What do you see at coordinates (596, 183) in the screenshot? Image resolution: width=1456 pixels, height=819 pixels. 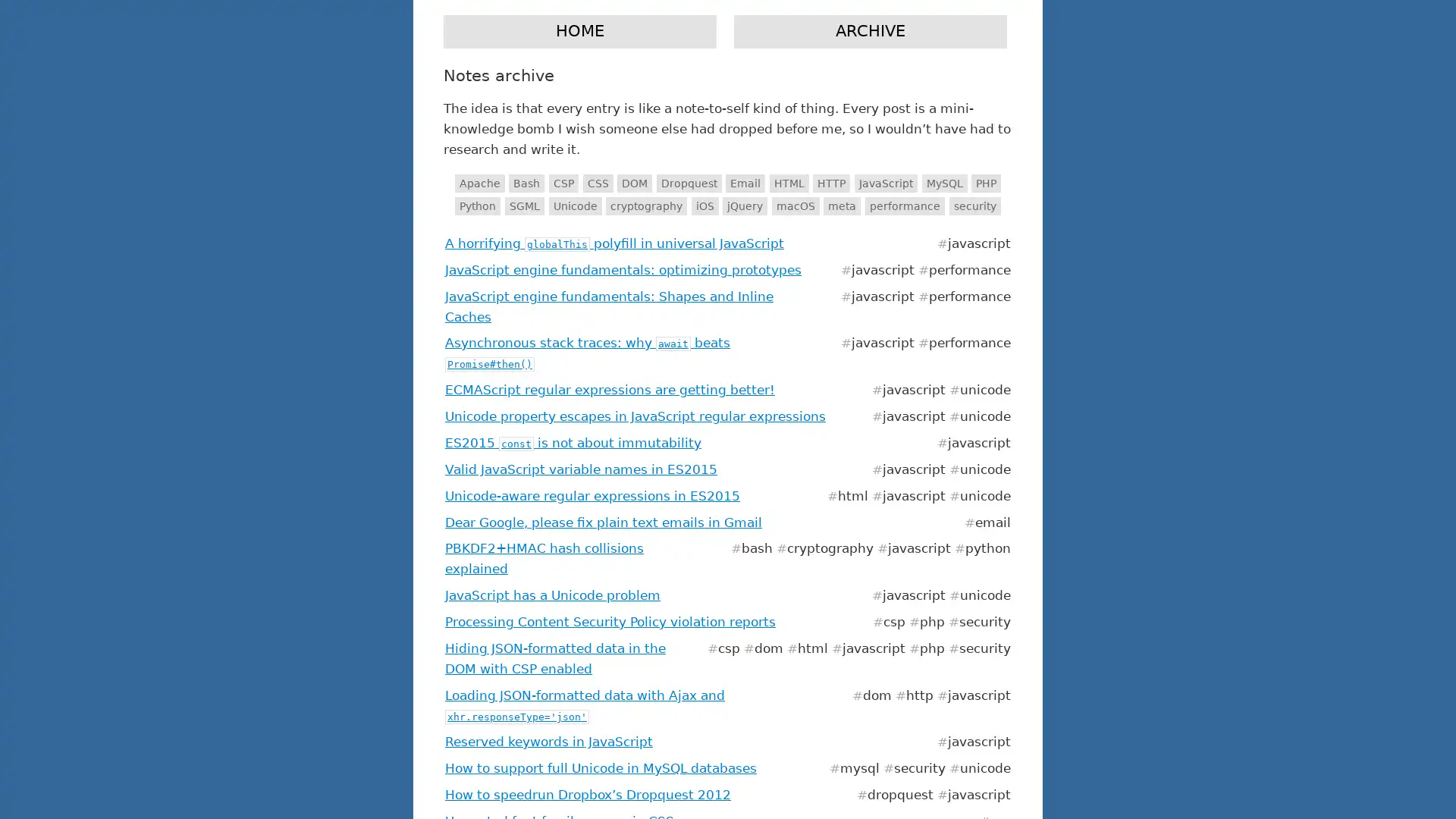 I see `CSS` at bounding box center [596, 183].